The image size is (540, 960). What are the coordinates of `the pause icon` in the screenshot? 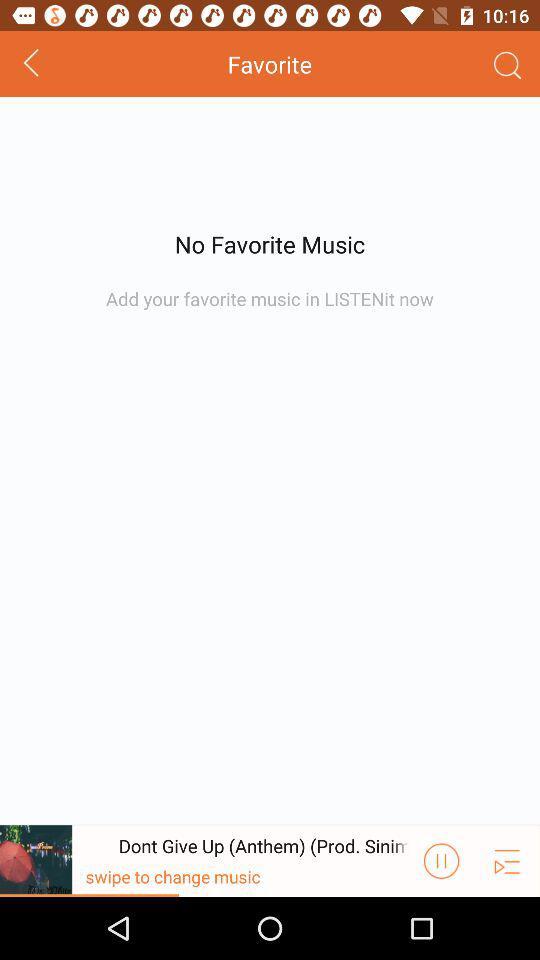 It's located at (441, 921).